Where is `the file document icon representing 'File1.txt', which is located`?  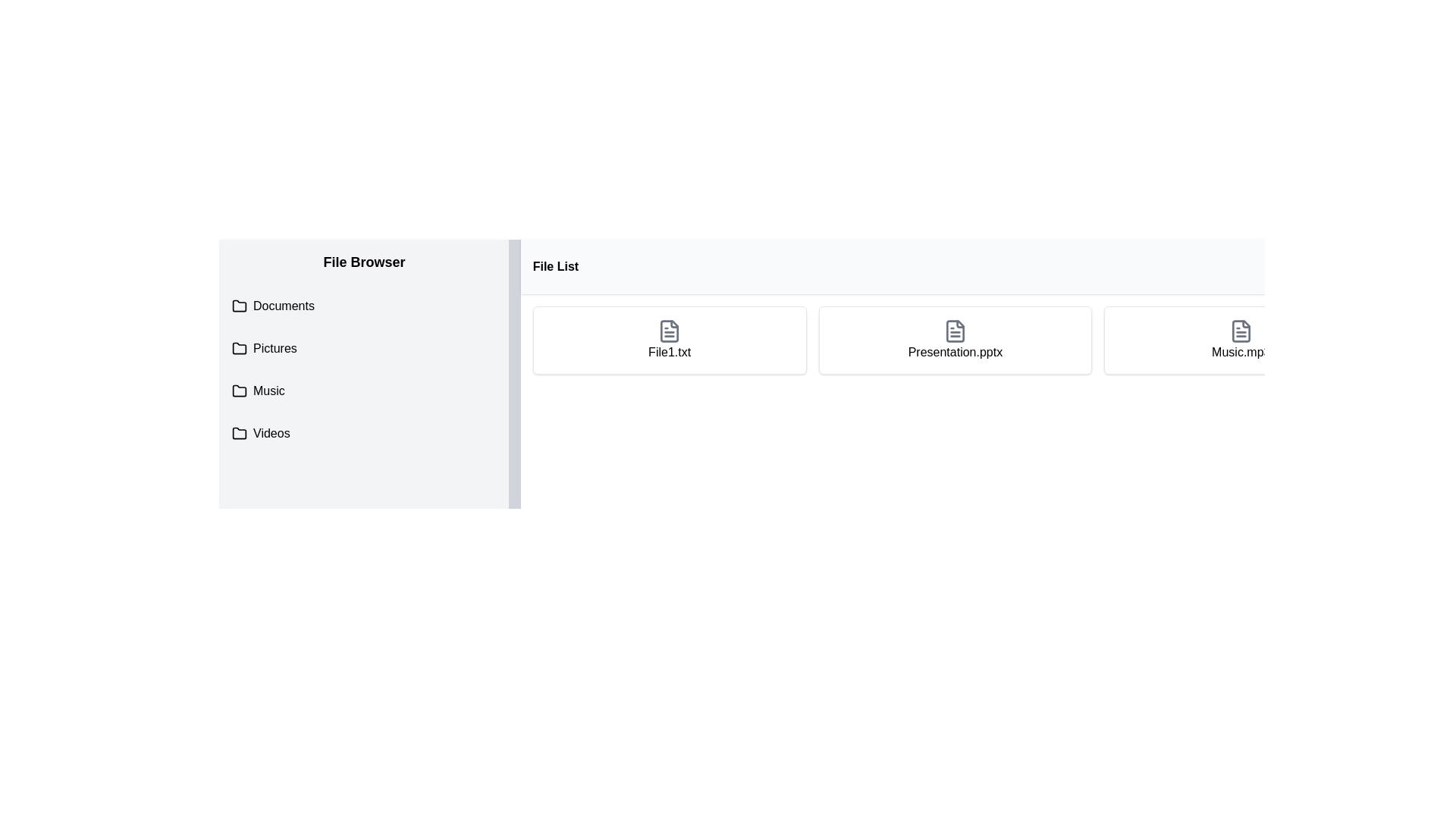
the file document icon representing 'File1.txt', which is located is located at coordinates (669, 330).